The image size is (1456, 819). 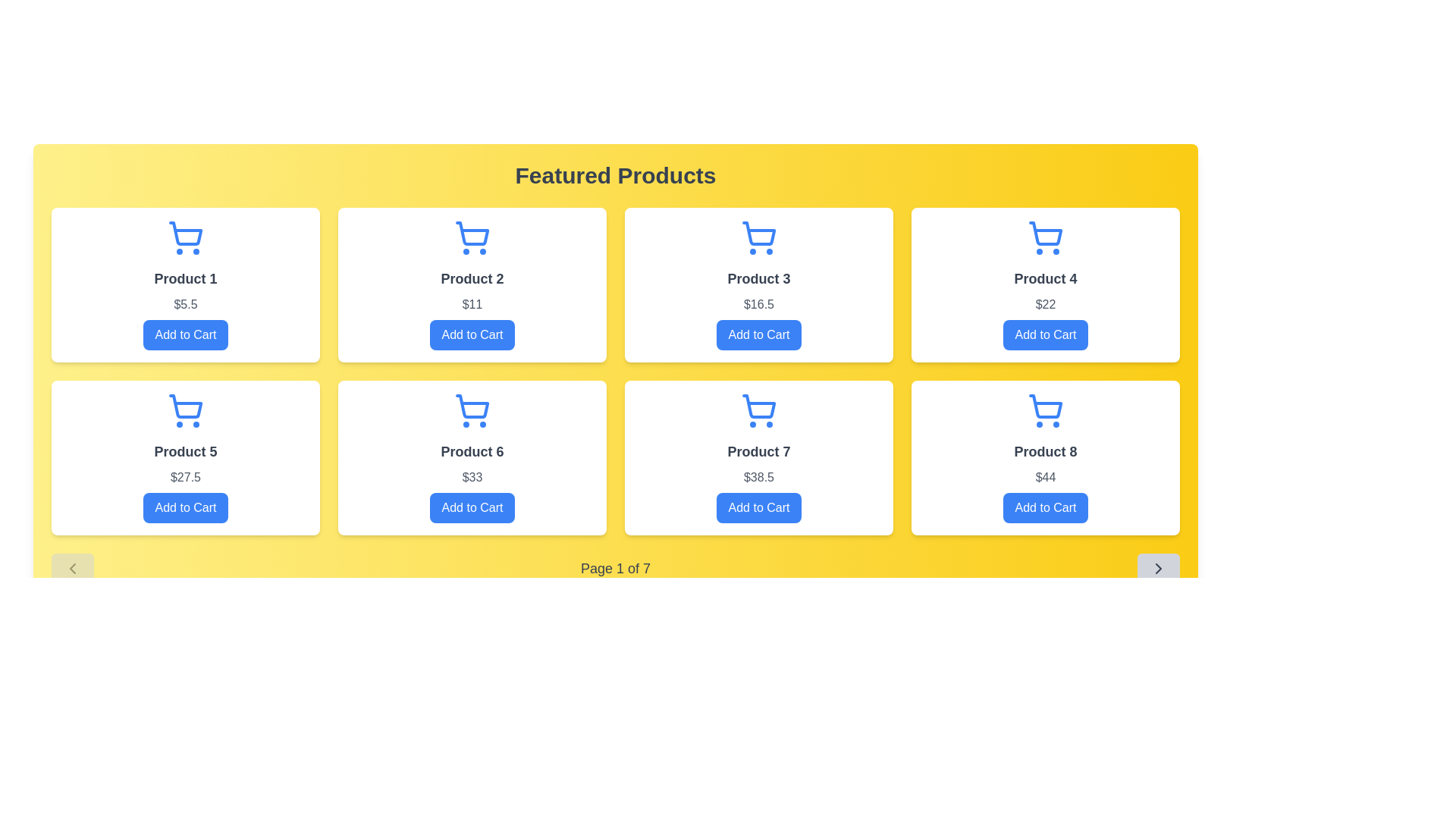 I want to click on the blue cart icon located above the '$38.5' label in the 'Product 7' card, which is the seventh product card in the grid layout, so click(x=759, y=411).